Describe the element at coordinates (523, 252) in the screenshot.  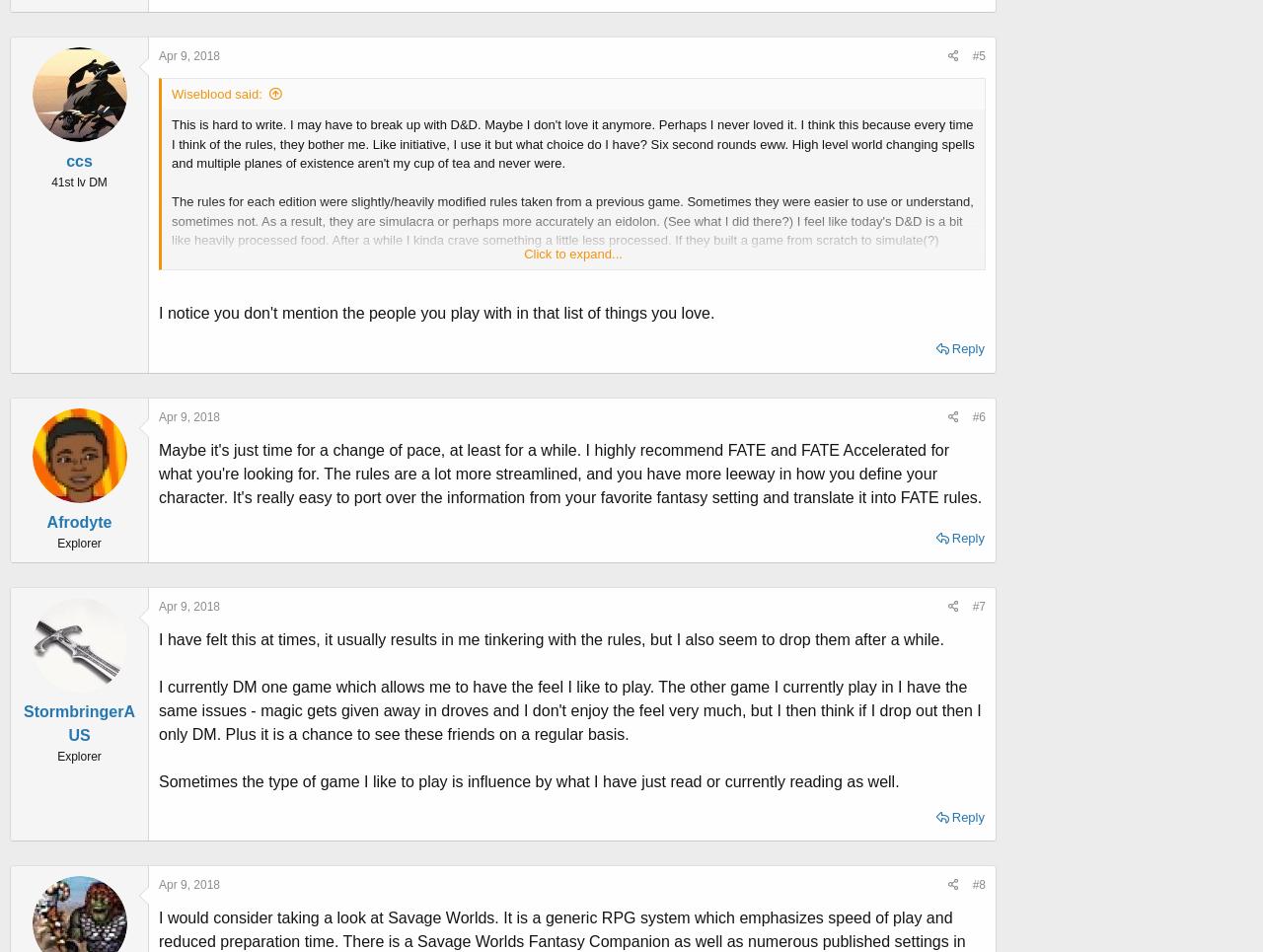
I see `'Click to expand...'` at that location.